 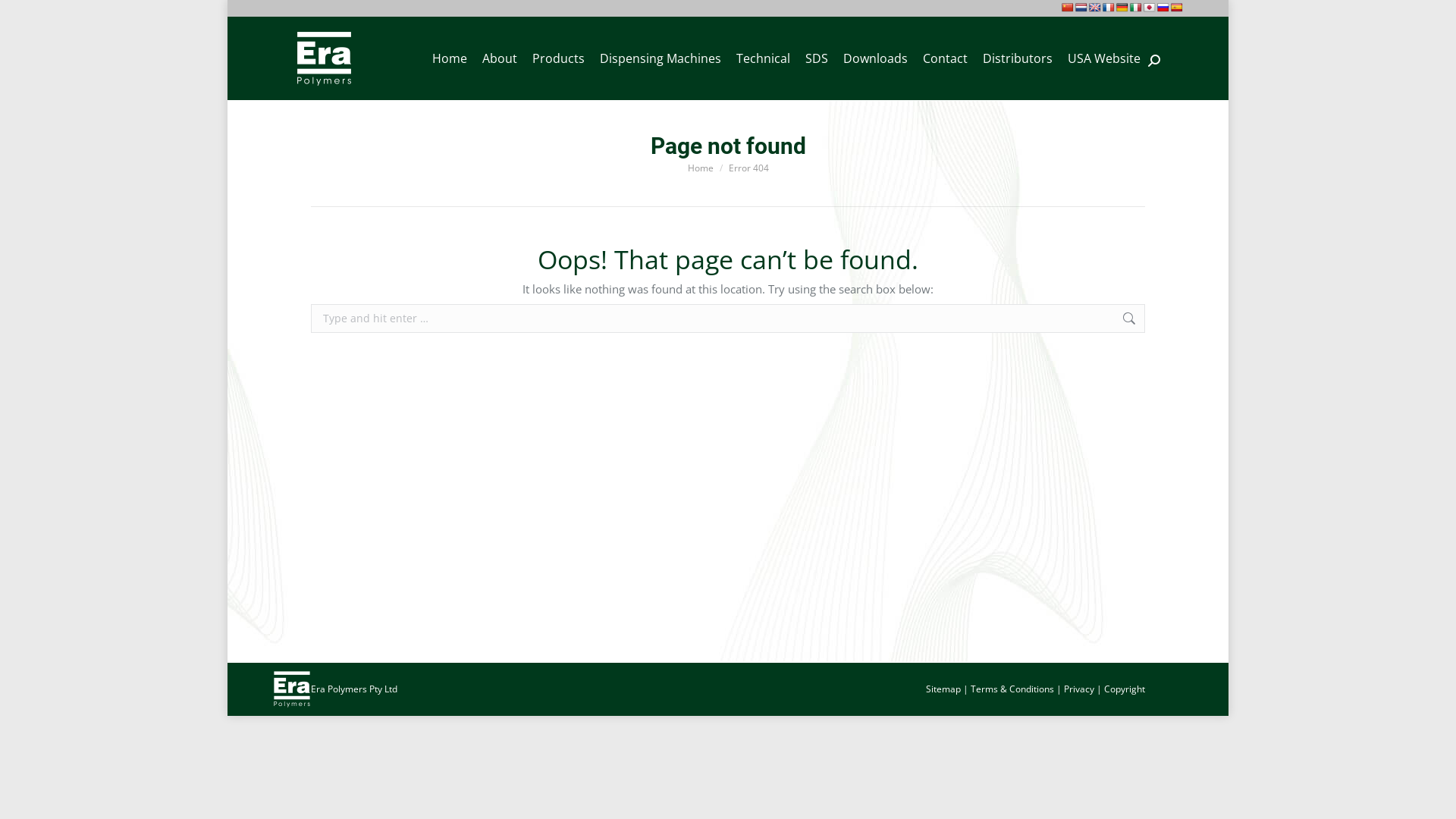 What do you see at coordinates (1061, 8) in the screenshot?
I see `'Chinese (Simplified)'` at bounding box center [1061, 8].